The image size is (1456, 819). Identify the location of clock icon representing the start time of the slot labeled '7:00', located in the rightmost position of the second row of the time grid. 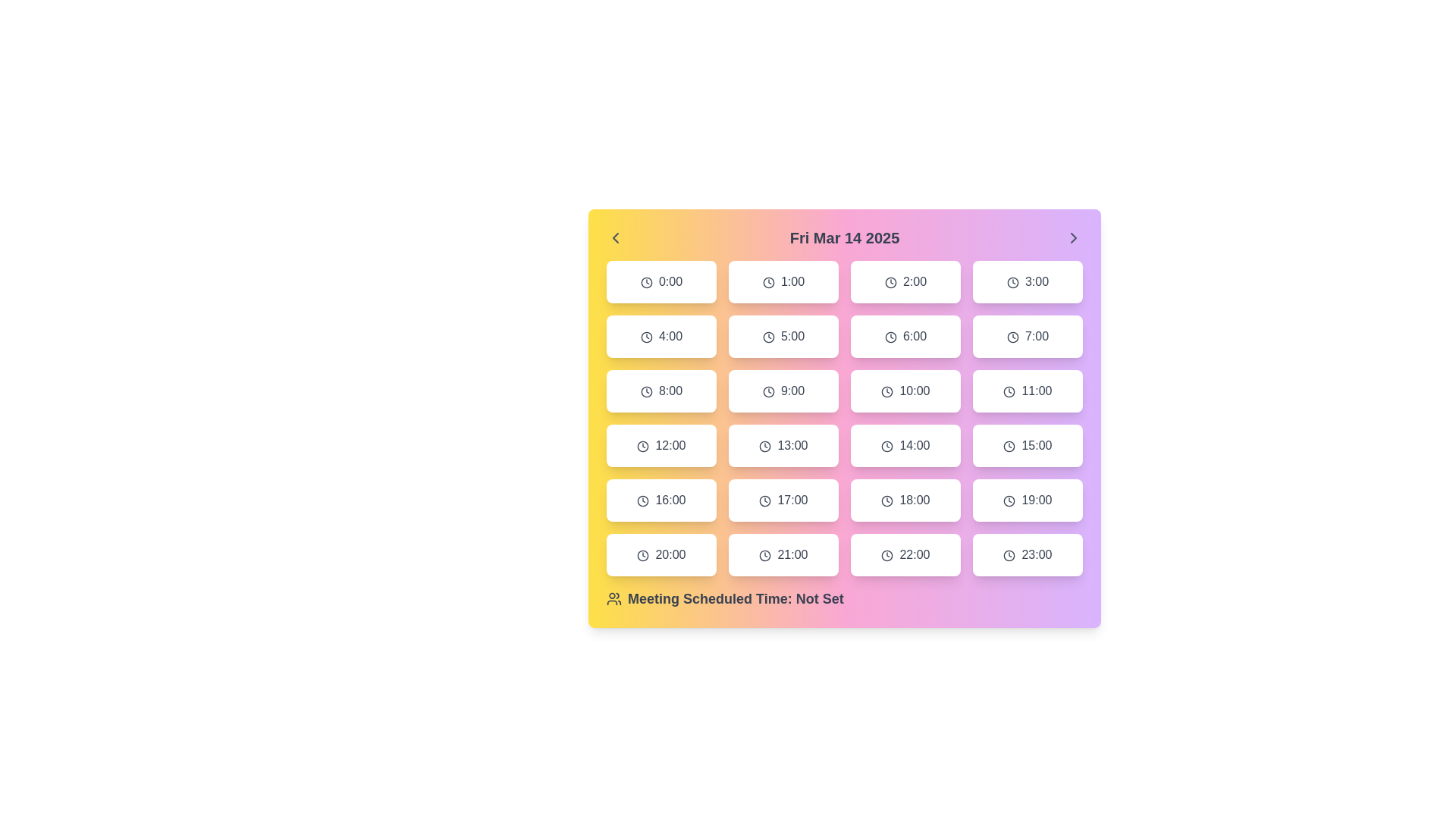
(1012, 336).